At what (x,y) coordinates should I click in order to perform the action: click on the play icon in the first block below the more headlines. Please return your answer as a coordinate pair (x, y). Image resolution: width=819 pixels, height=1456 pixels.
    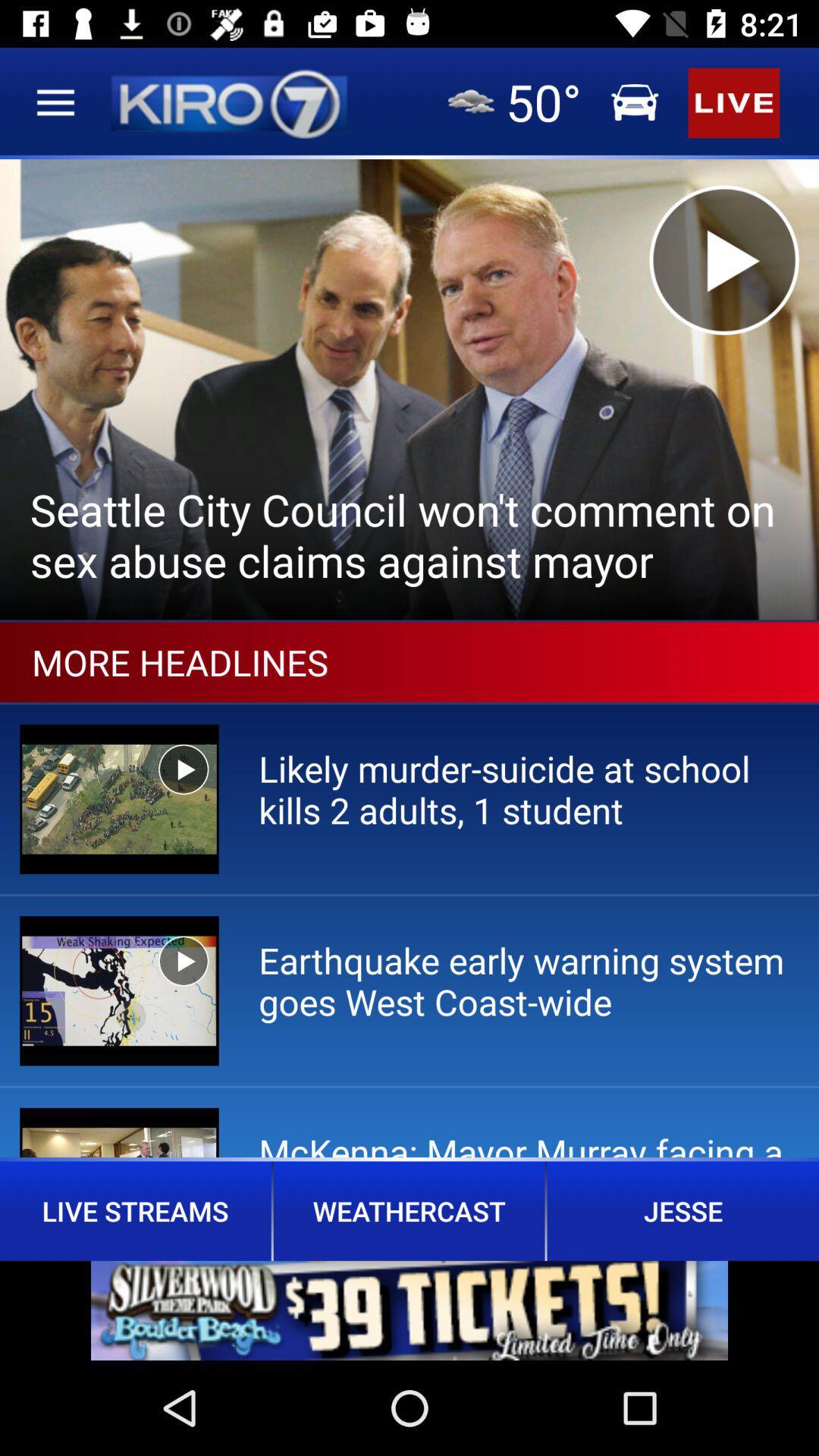
    Looking at the image, I should click on (183, 769).